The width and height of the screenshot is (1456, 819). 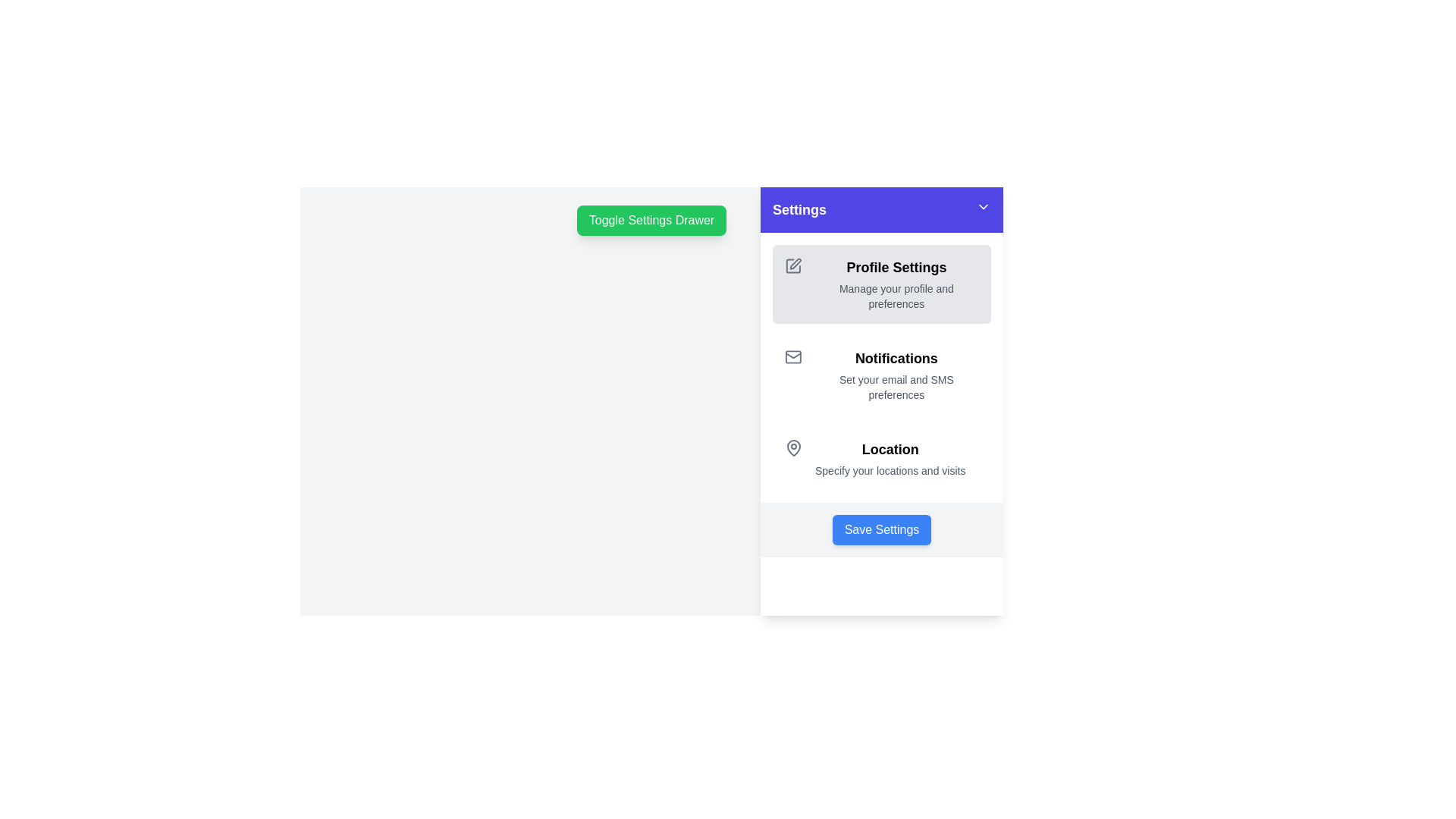 I want to click on the 'Settings' text label located in the top bar of the settings sidebar, so click(x=799, y=210).